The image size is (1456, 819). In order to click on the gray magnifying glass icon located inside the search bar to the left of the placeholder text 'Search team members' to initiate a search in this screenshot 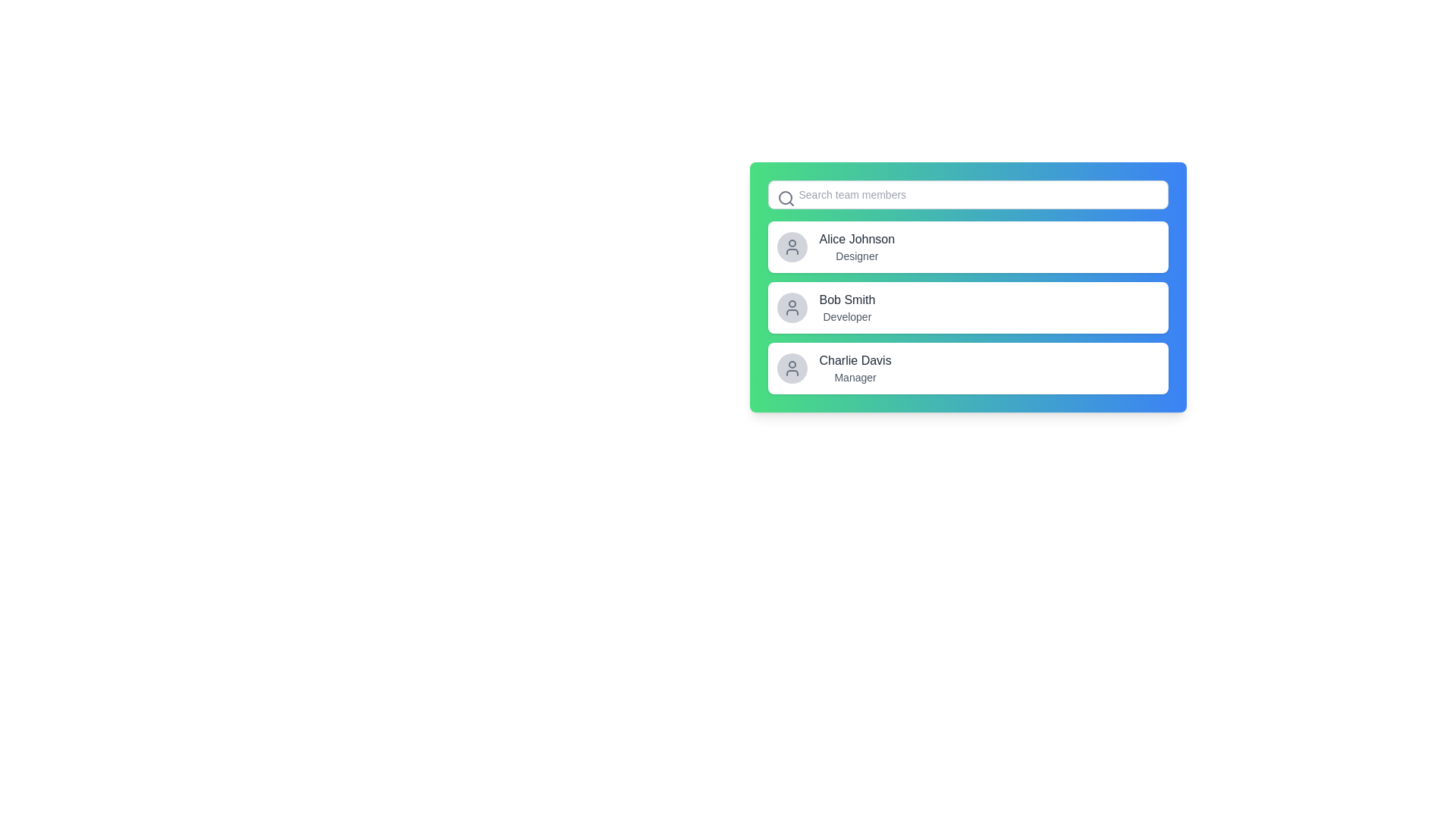, I will do `click(786, 198)`.